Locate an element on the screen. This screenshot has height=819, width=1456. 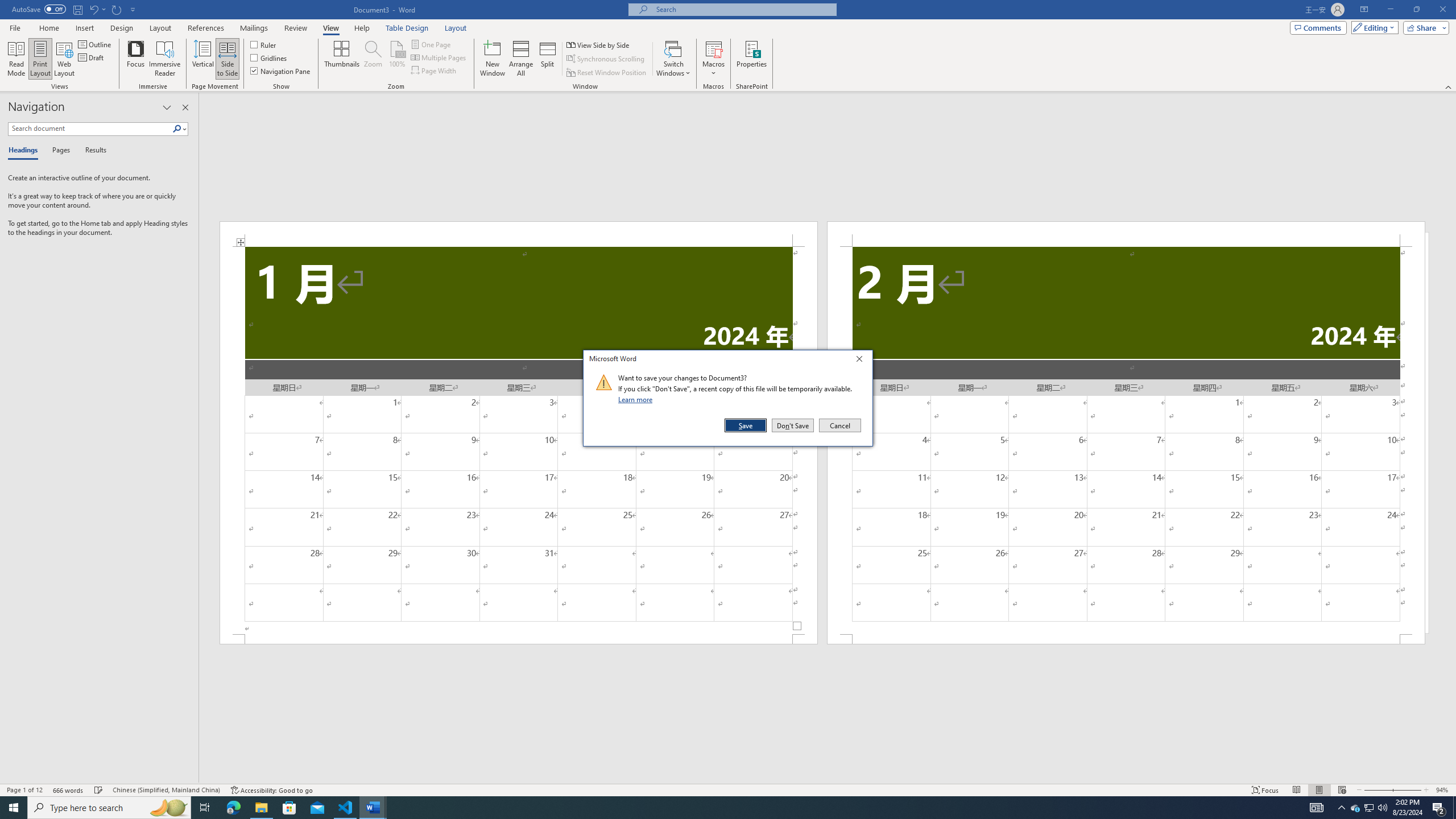
'Ruler' is located at coordinates (264, 44).